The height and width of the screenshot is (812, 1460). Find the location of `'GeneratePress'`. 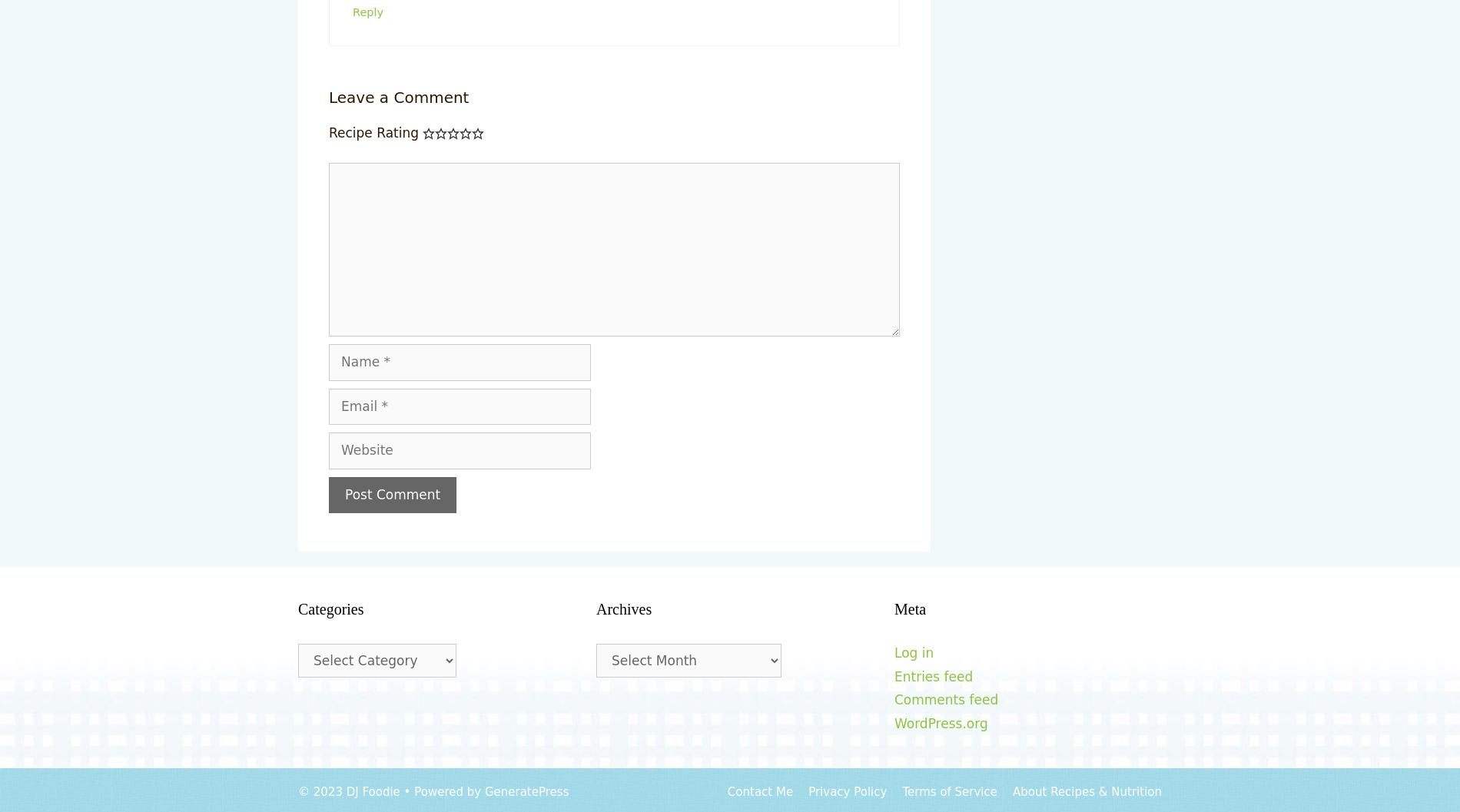

'GeneratePress' is located at coordinates (526, 790).